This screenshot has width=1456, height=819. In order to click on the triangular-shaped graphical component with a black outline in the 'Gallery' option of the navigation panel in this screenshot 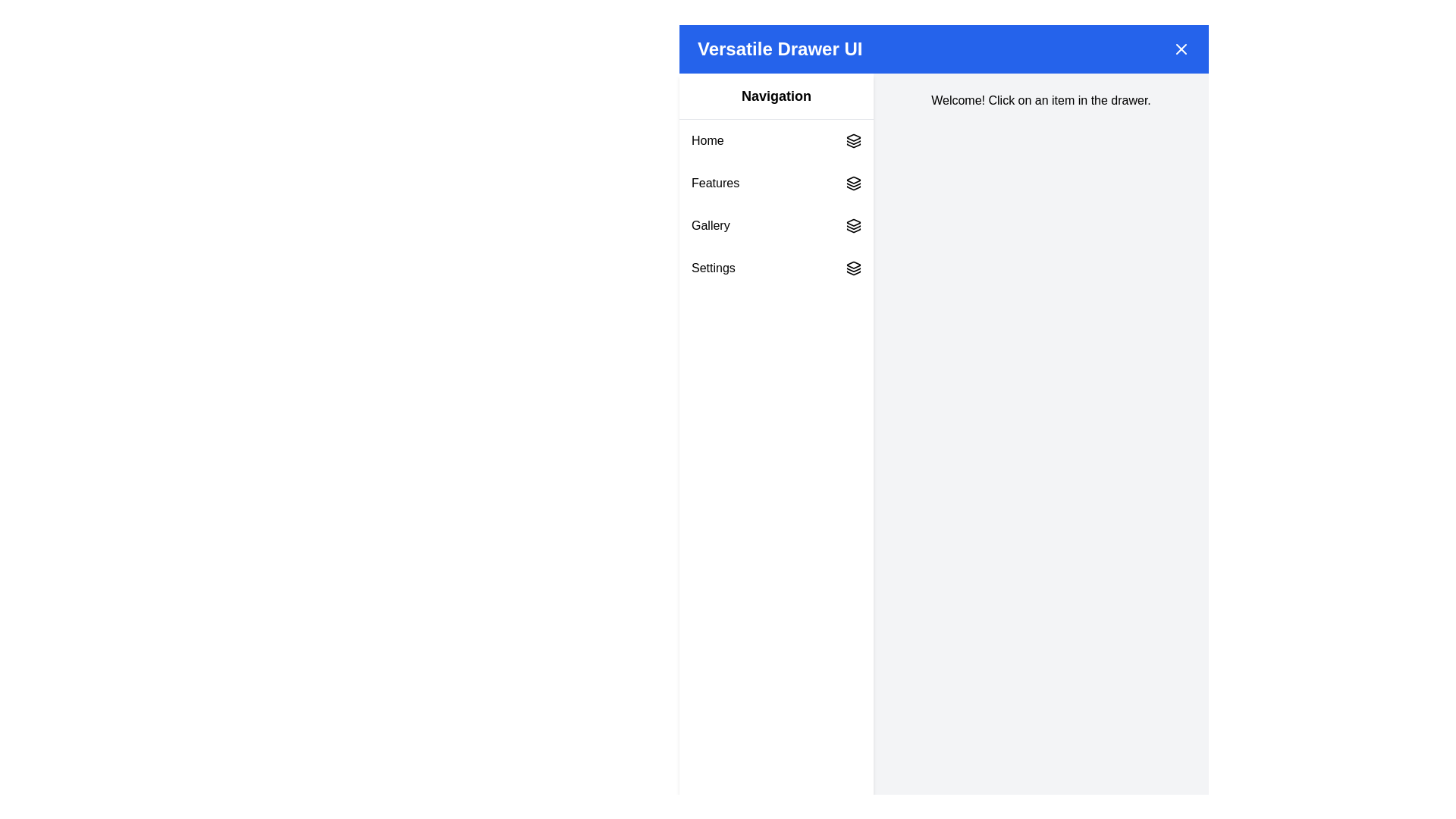, I will do `click(854, 231)`.